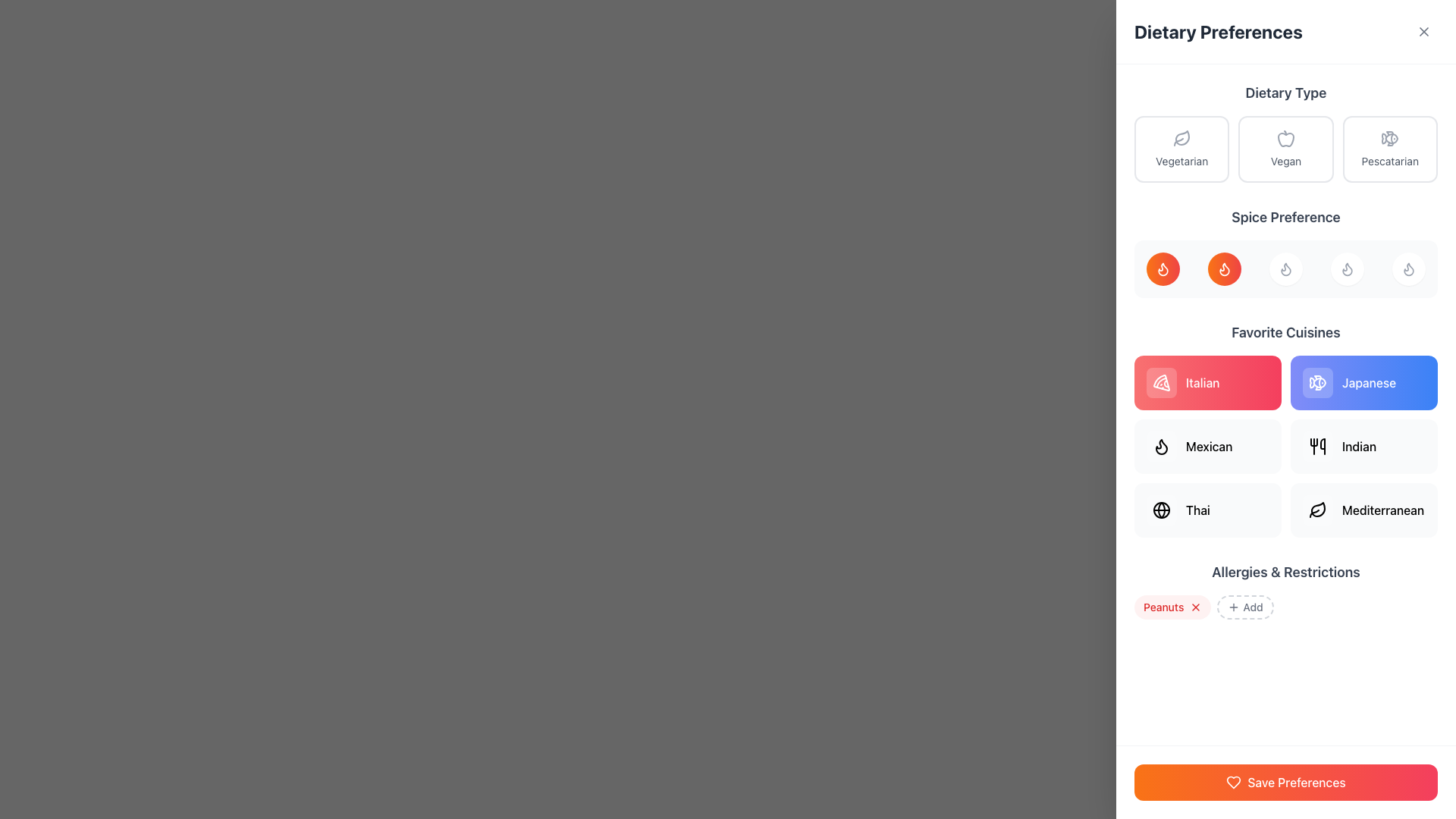  I want to click on the spice level icon button representing a moderate spice preference in the Dietary Preferences interface, so click(1224, 268).